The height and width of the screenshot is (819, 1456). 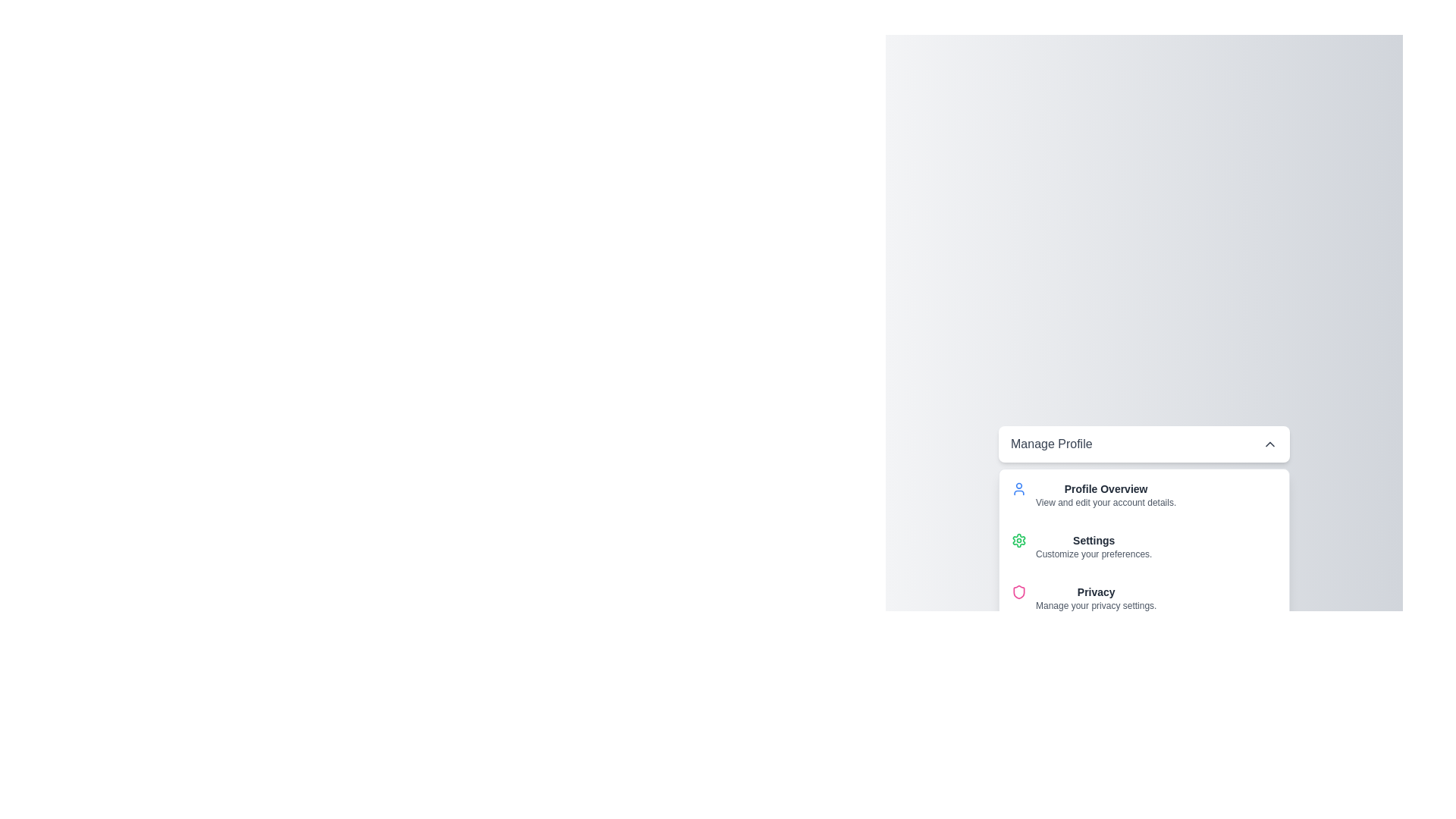 What do you see at coordinates (1094, 540) in the screenshot?
I see `the 'Settings' text label located in the middle of the right-hand column, under 'Profile Overview' and above 'Privacy'` at bounding box center [1094, 540].